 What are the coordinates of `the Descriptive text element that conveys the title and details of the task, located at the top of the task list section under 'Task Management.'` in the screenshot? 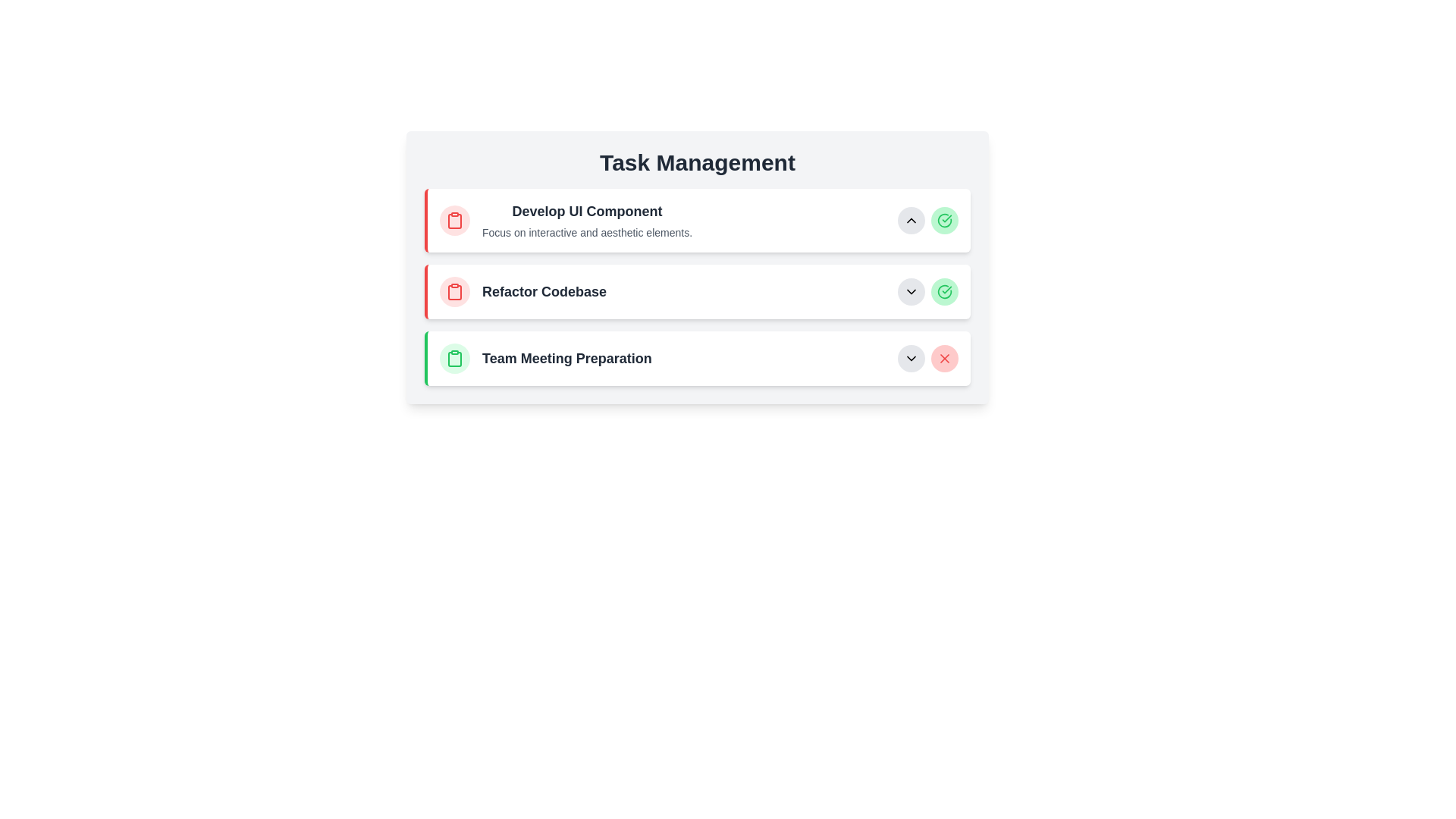 It's located at (586, 220).